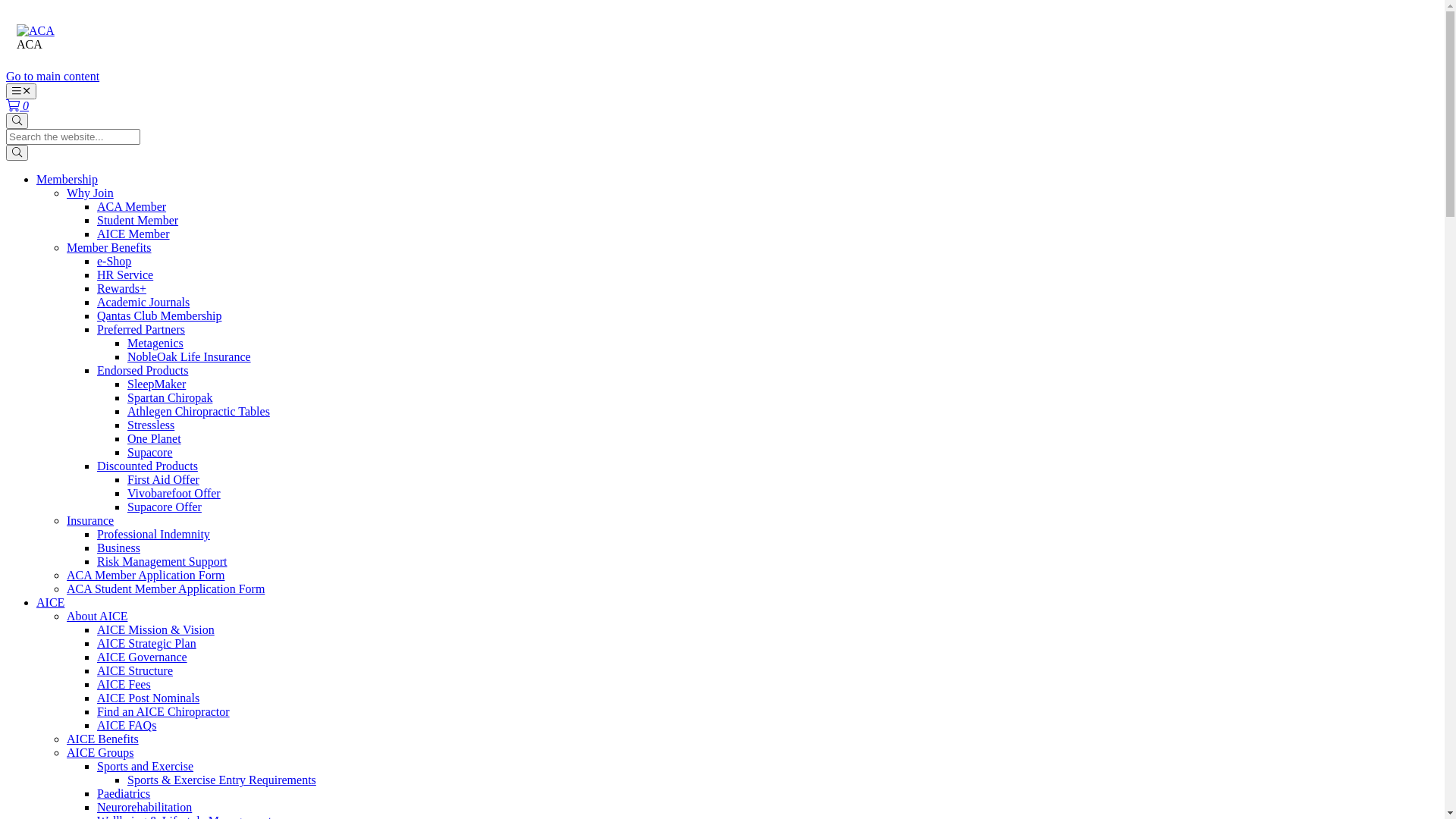 Image resolution: width=1456 pixels, height=819 pixels. What do you see at coordinates (124, 684) in the screenshot?
I see `'AICE Fees'` at bounding box center [124, 684].